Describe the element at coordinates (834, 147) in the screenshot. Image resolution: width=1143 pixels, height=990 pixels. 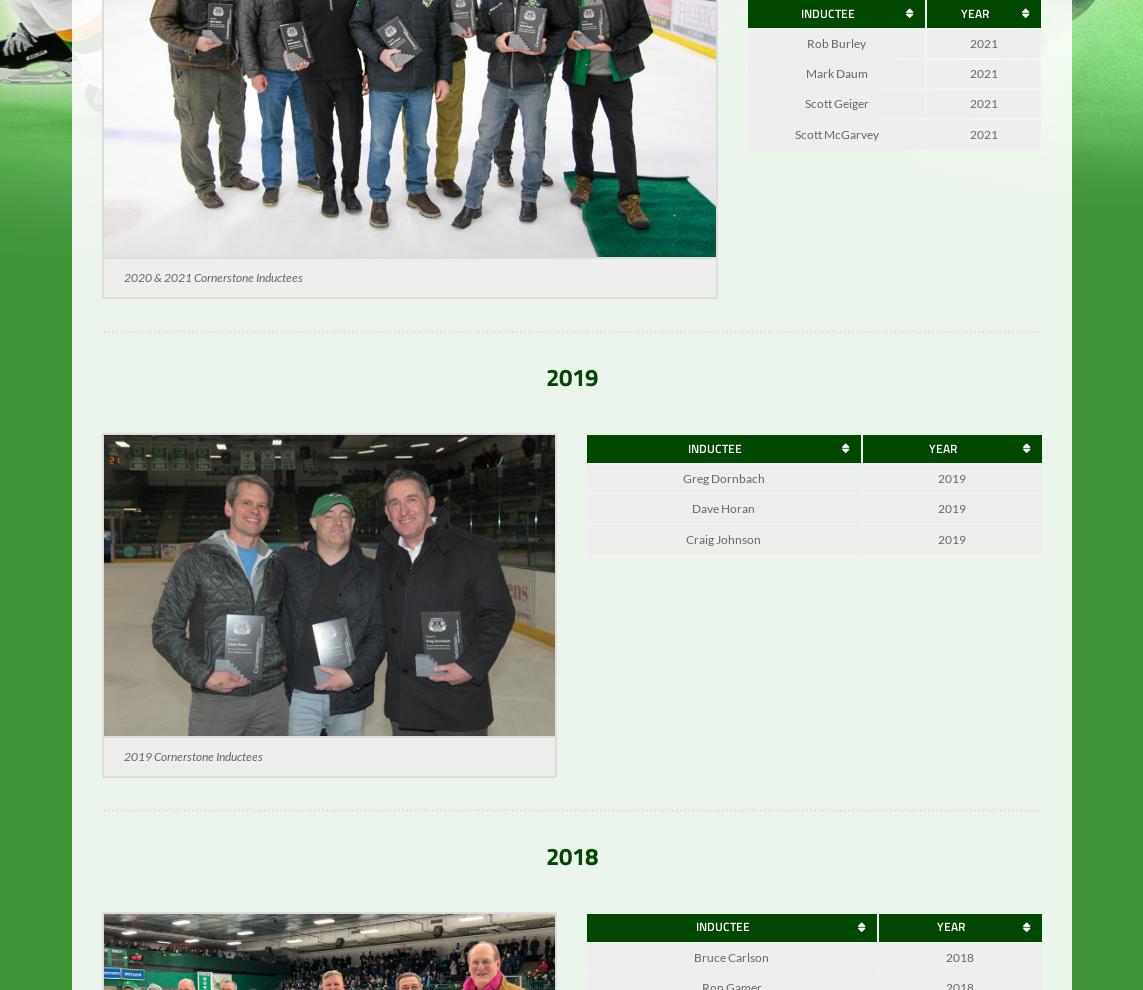
I see `'Scott McGarvey'` at that location.